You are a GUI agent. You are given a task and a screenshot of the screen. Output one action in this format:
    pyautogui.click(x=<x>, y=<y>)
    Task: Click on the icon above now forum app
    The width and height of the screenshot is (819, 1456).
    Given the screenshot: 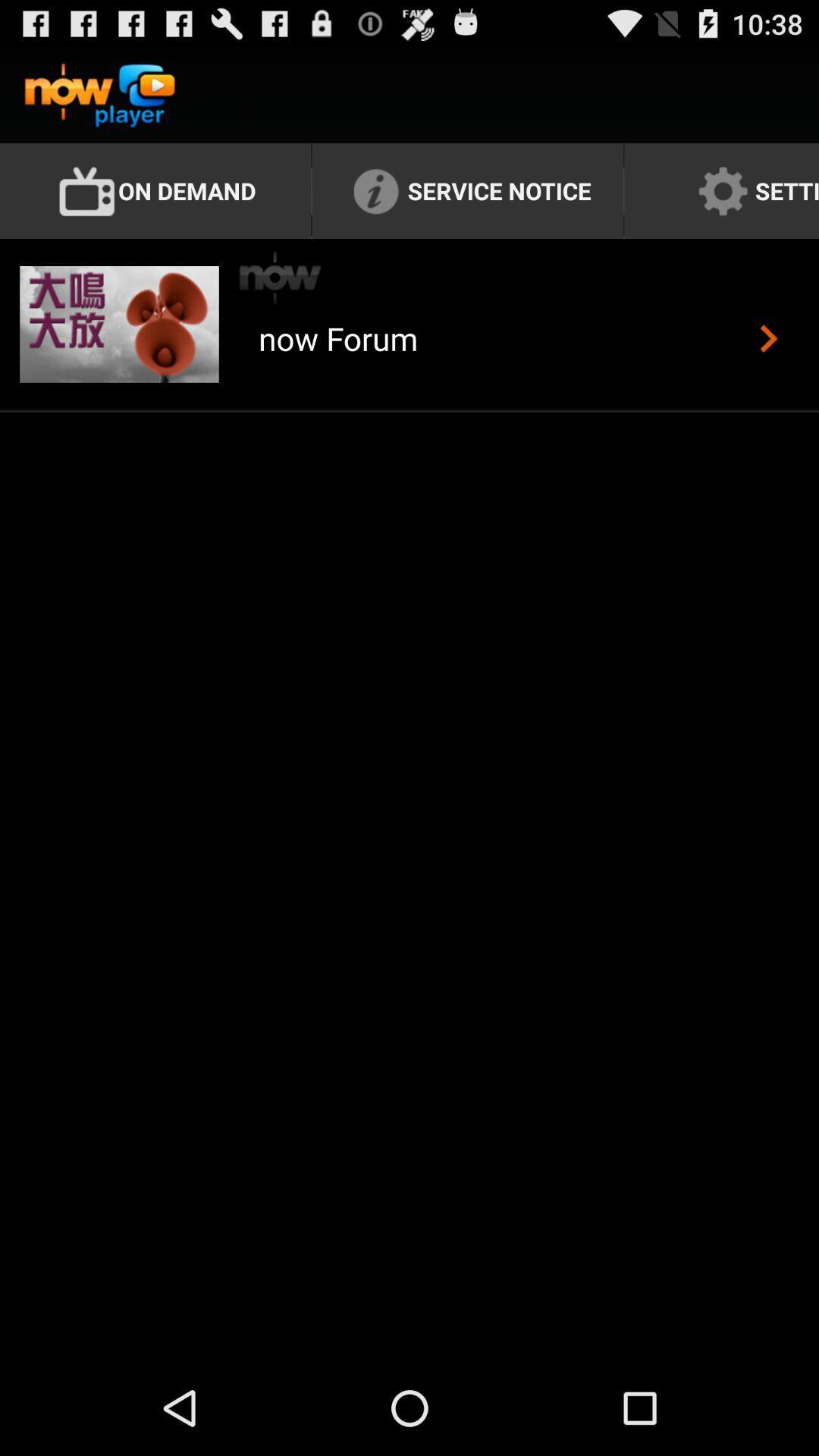 What is the action you would take?
    pyautogui.click(x=281, y=278)
    